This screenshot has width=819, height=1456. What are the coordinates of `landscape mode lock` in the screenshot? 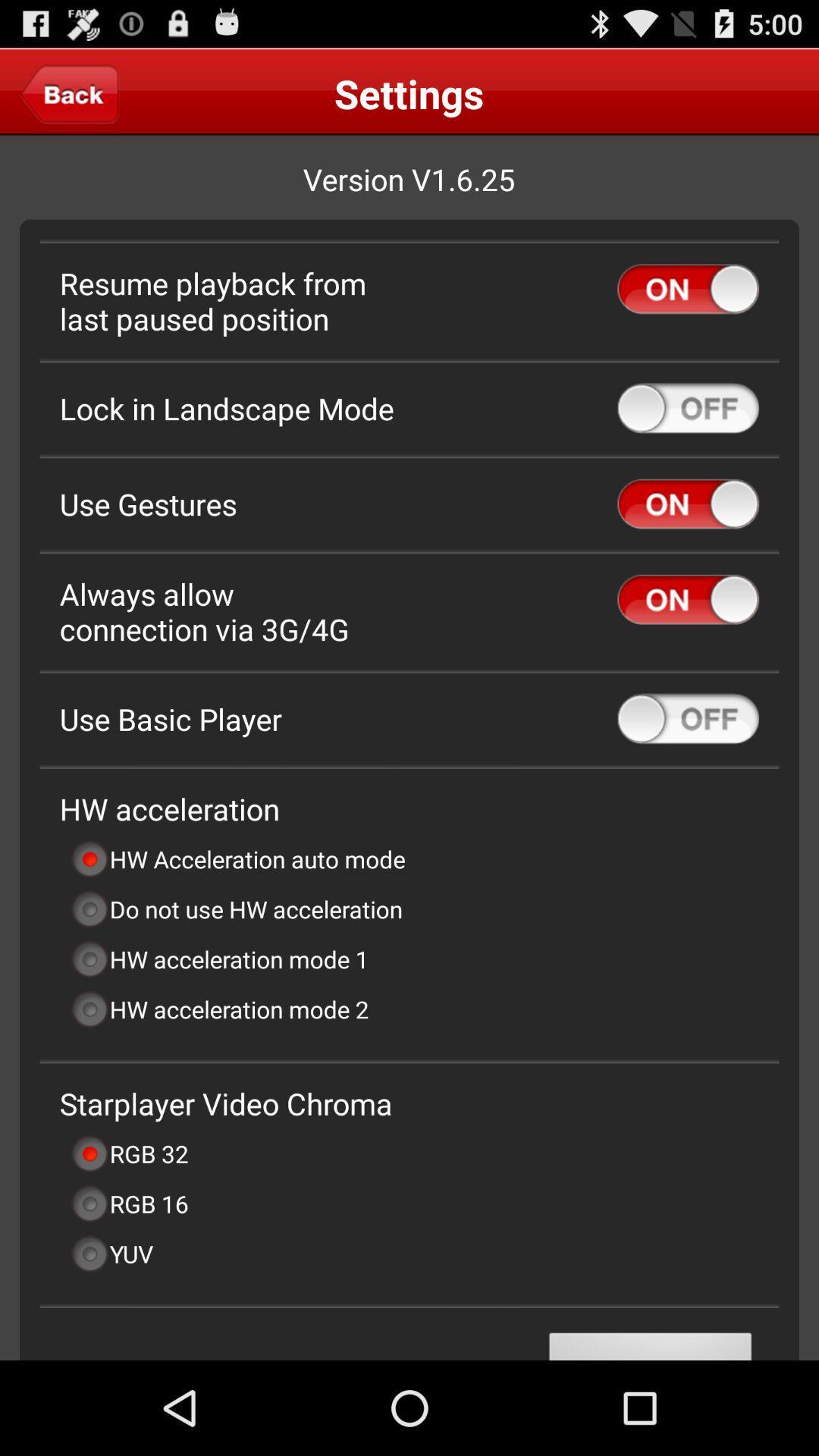 It's located at (688, 408).